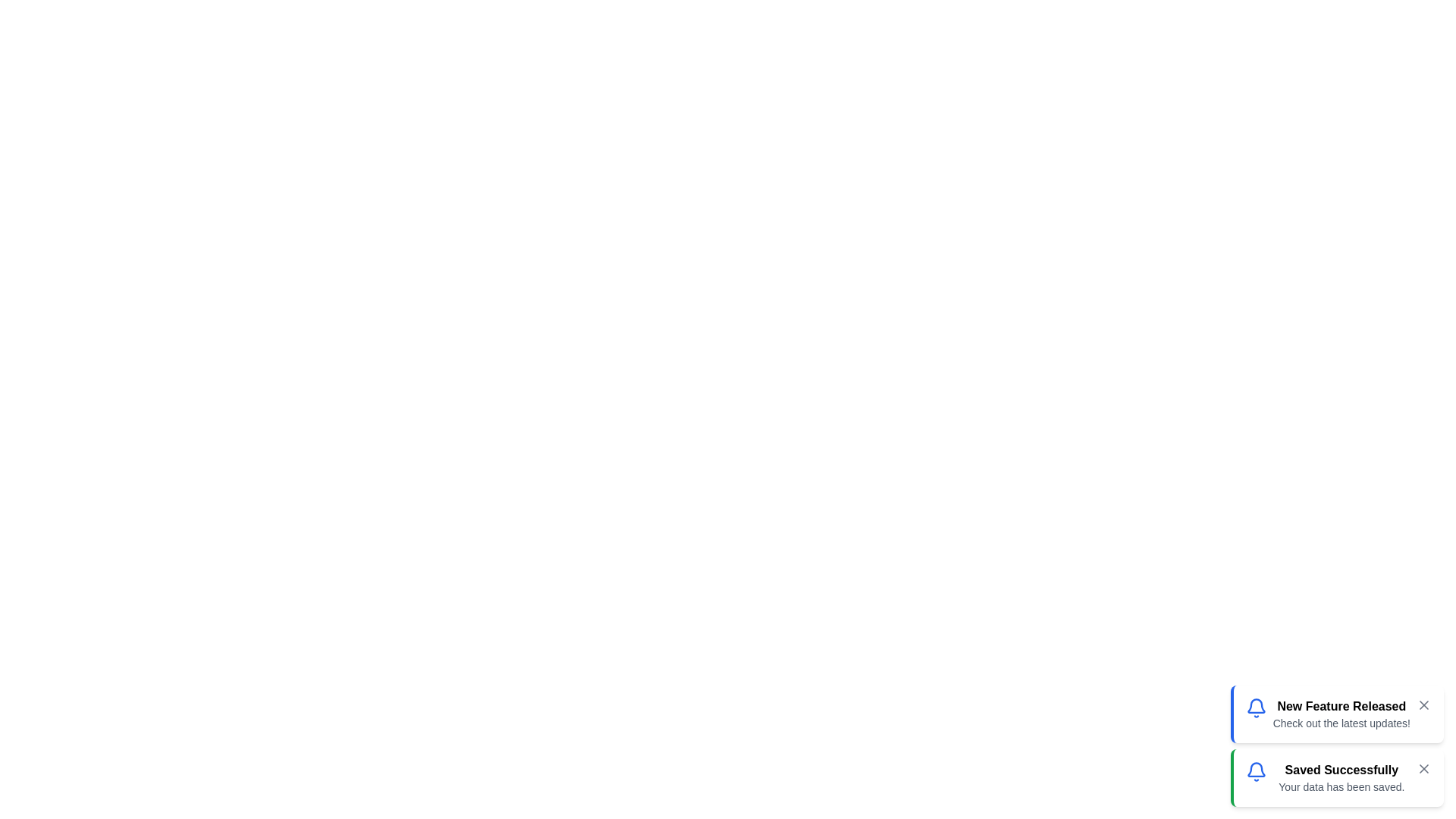 Image resolution: width=1456 pixels, height=819 pixels. Describe the element at coordinates (1341, 722) in the screenshot. I see `the text label displaying 'Check out the latest updates!', which is styled in gray and positioned below the header 'New Feature Released'` at that location.